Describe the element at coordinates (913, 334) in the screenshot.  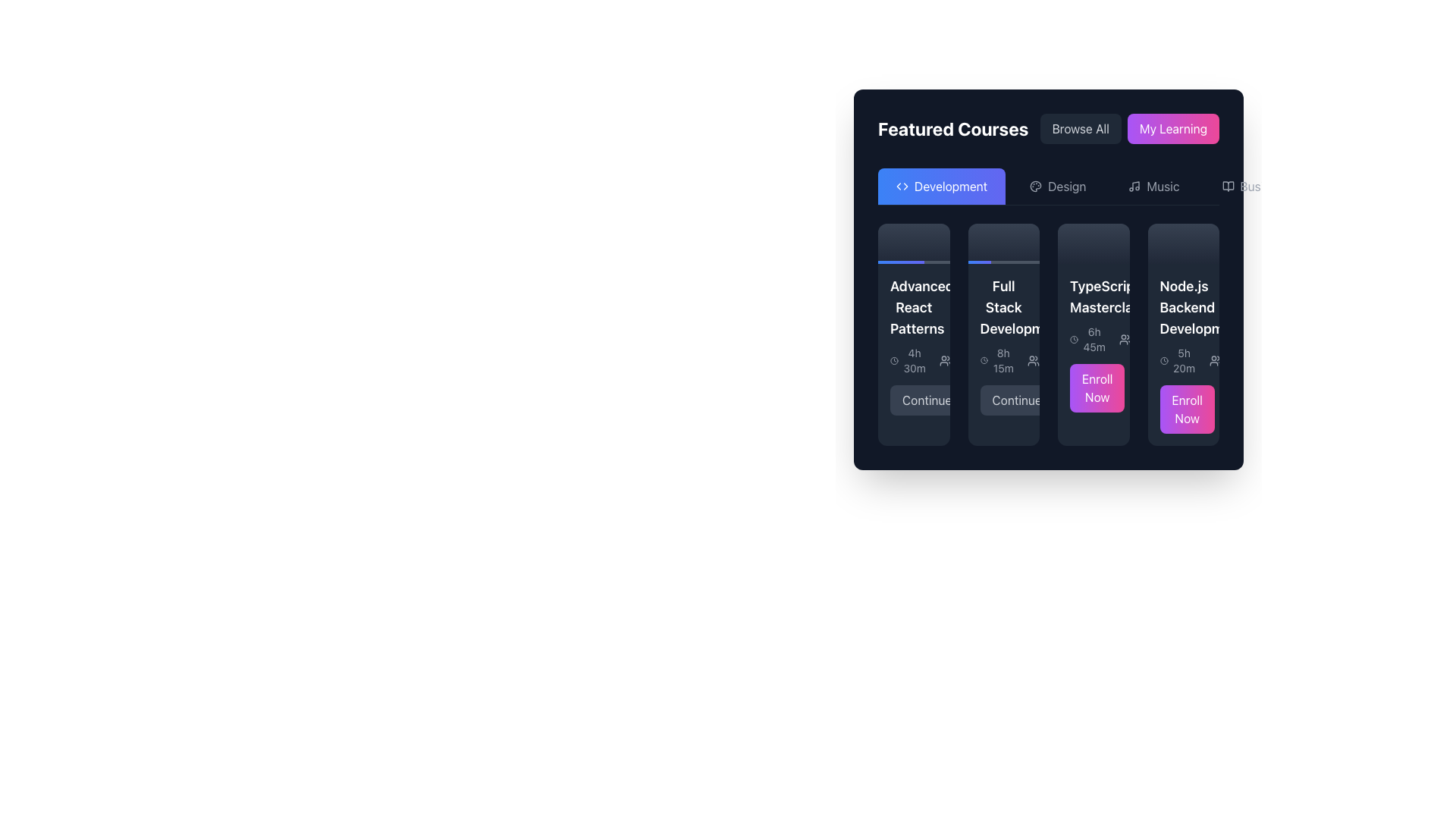
I see `the Course Overview Card located in the upper-left corner of the grid` at that location.